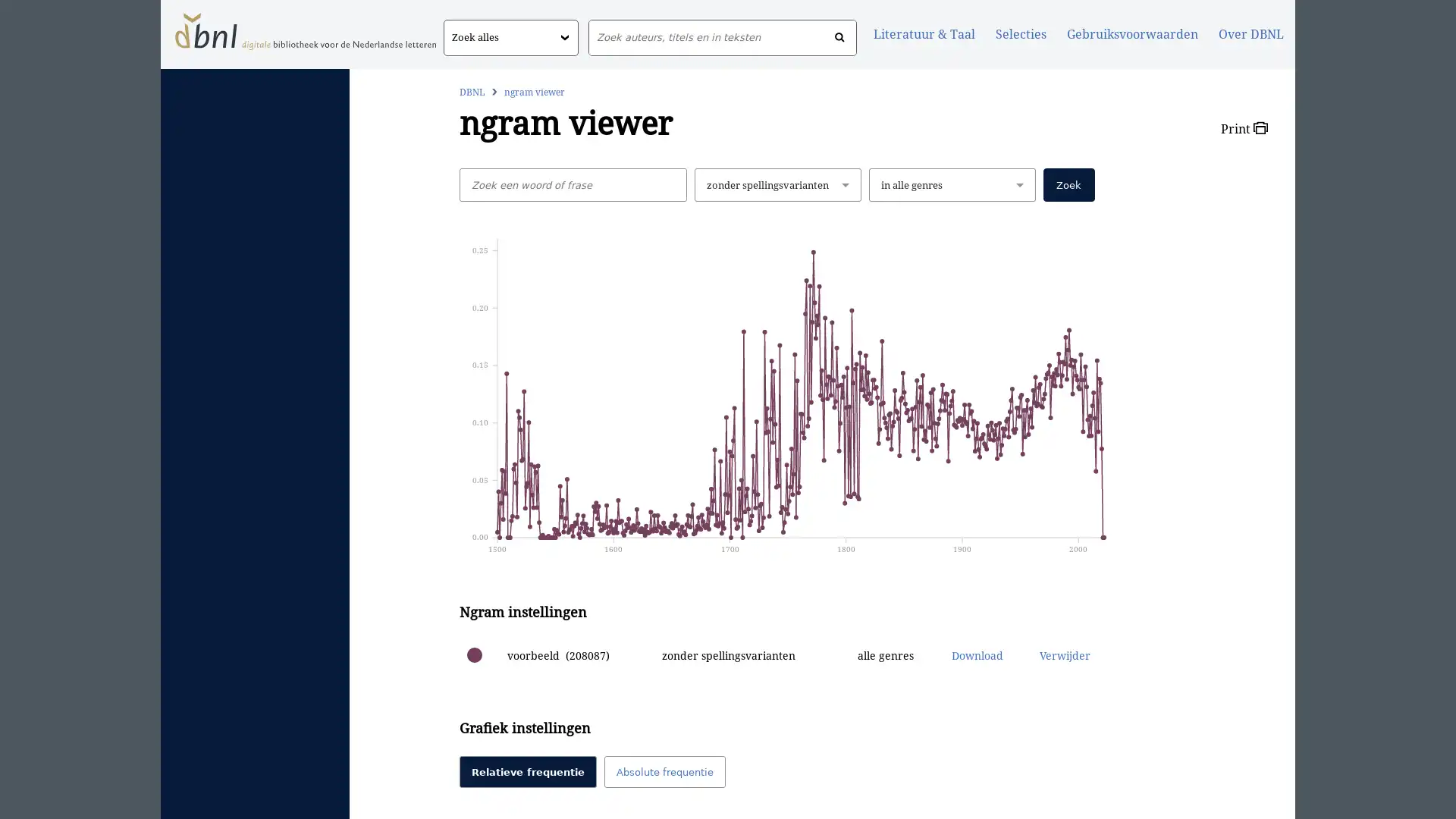 The image size is (1456, 819). I want to click on Relatieve frequentie, so click(527, 772).